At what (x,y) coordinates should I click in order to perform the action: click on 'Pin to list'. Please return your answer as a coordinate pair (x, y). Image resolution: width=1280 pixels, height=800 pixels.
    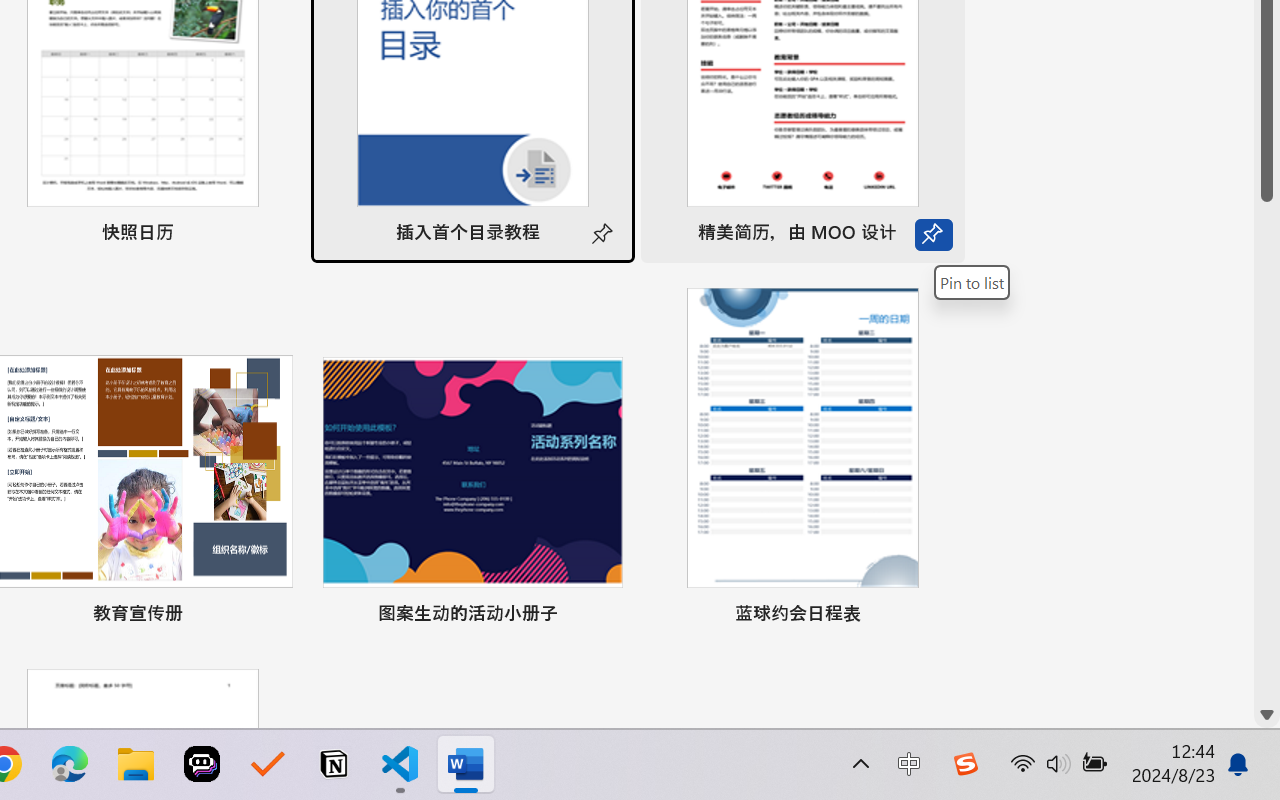
    Looking at the image, I should click on (972, 282).